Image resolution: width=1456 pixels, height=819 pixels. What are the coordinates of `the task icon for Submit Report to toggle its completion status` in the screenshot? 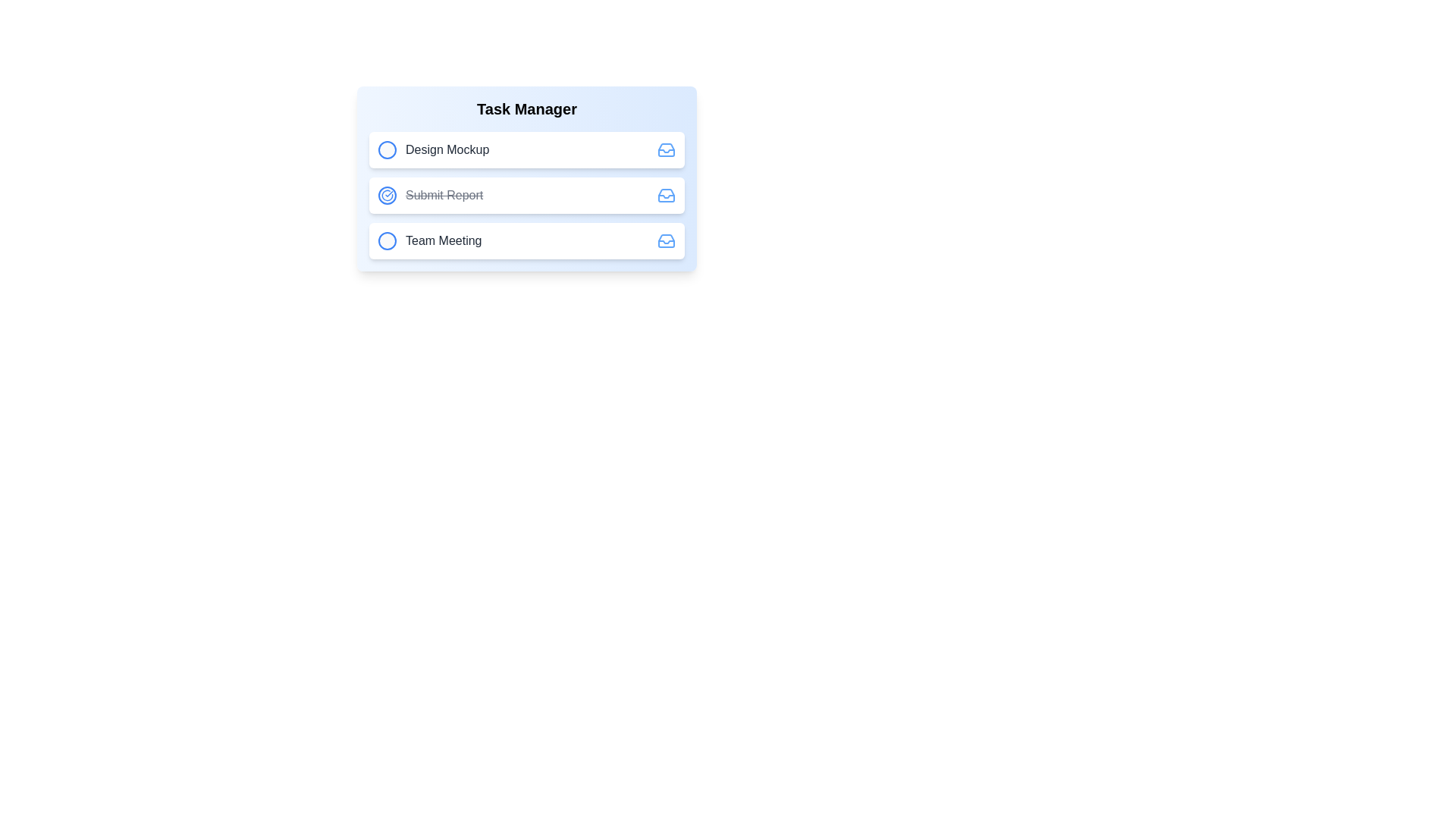 It's located at (387, 195).